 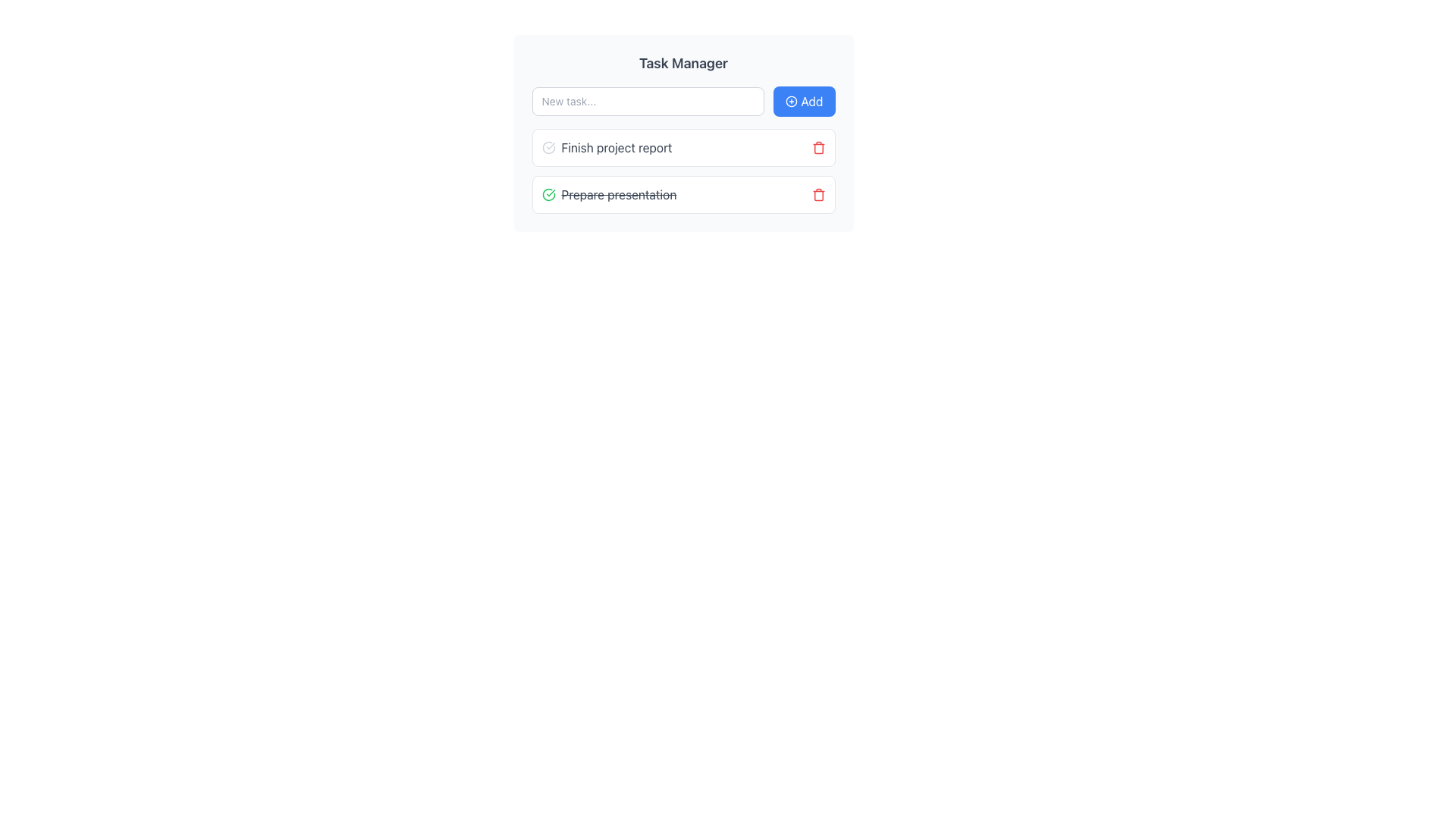 I want to click on the text label reading 'Finish project report' which has a check mark icon to its left, located under the 'Task Manager' header, so click(x=607, y=148).